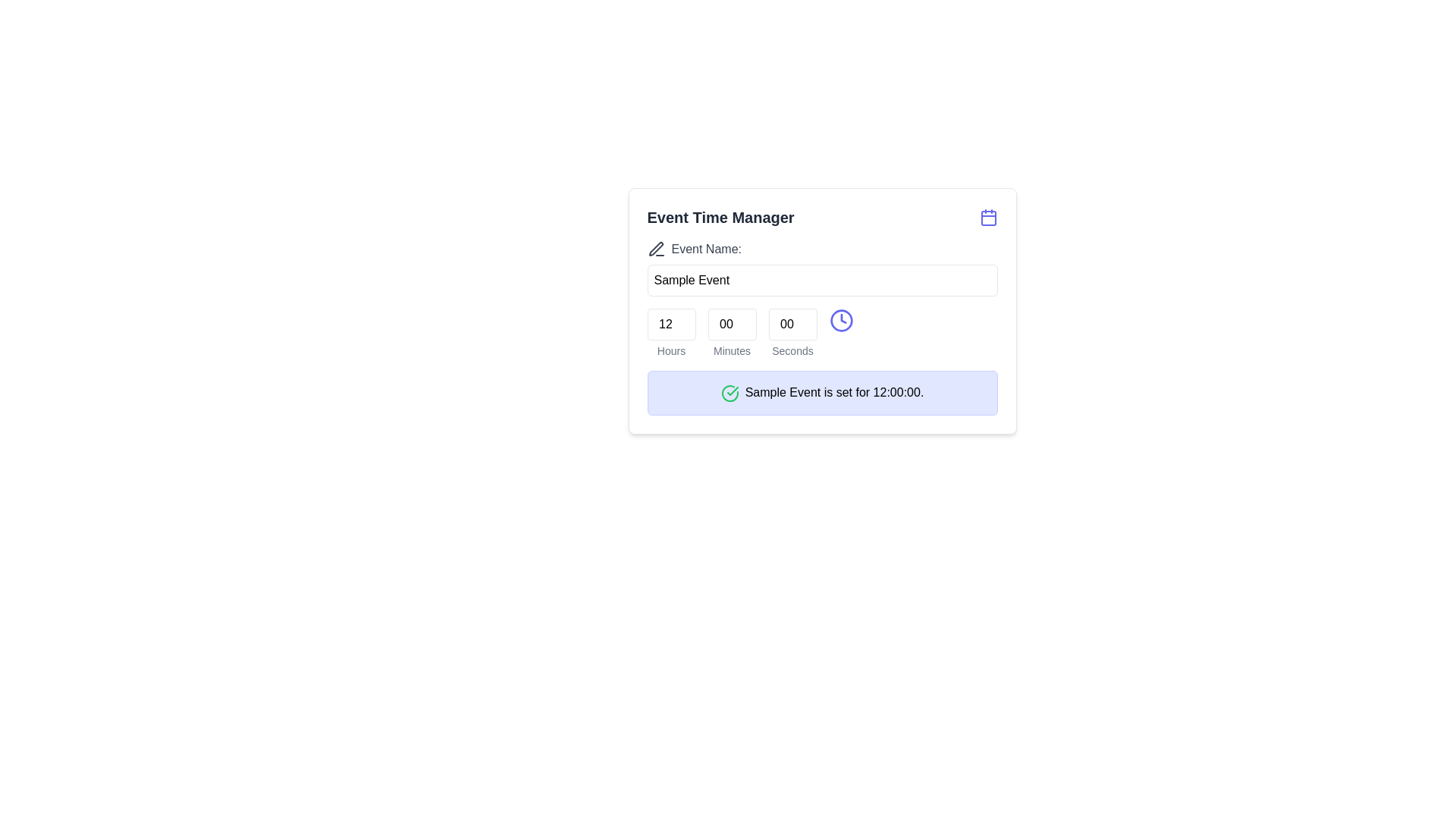 This screenshot has height=819, width=1456. Describe the element at coordinates (730, 392) in the screenshot. I see `the appearance of the circular icon with a green outline and a checkmark inside it, located in the notification message section` at that location.